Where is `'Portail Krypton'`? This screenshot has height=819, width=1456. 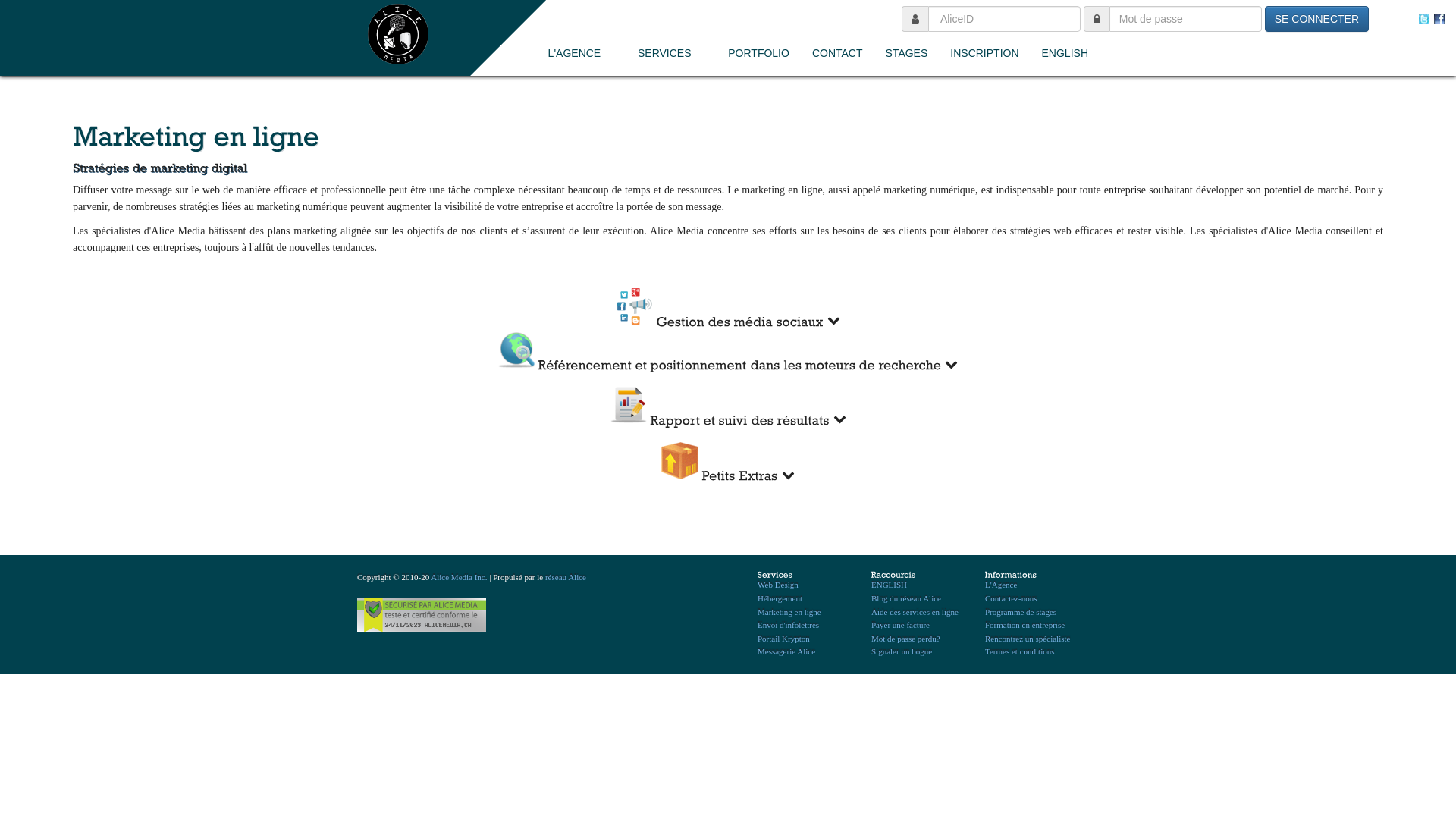 'Portail Krypton' is located at coordinates (783, 638).